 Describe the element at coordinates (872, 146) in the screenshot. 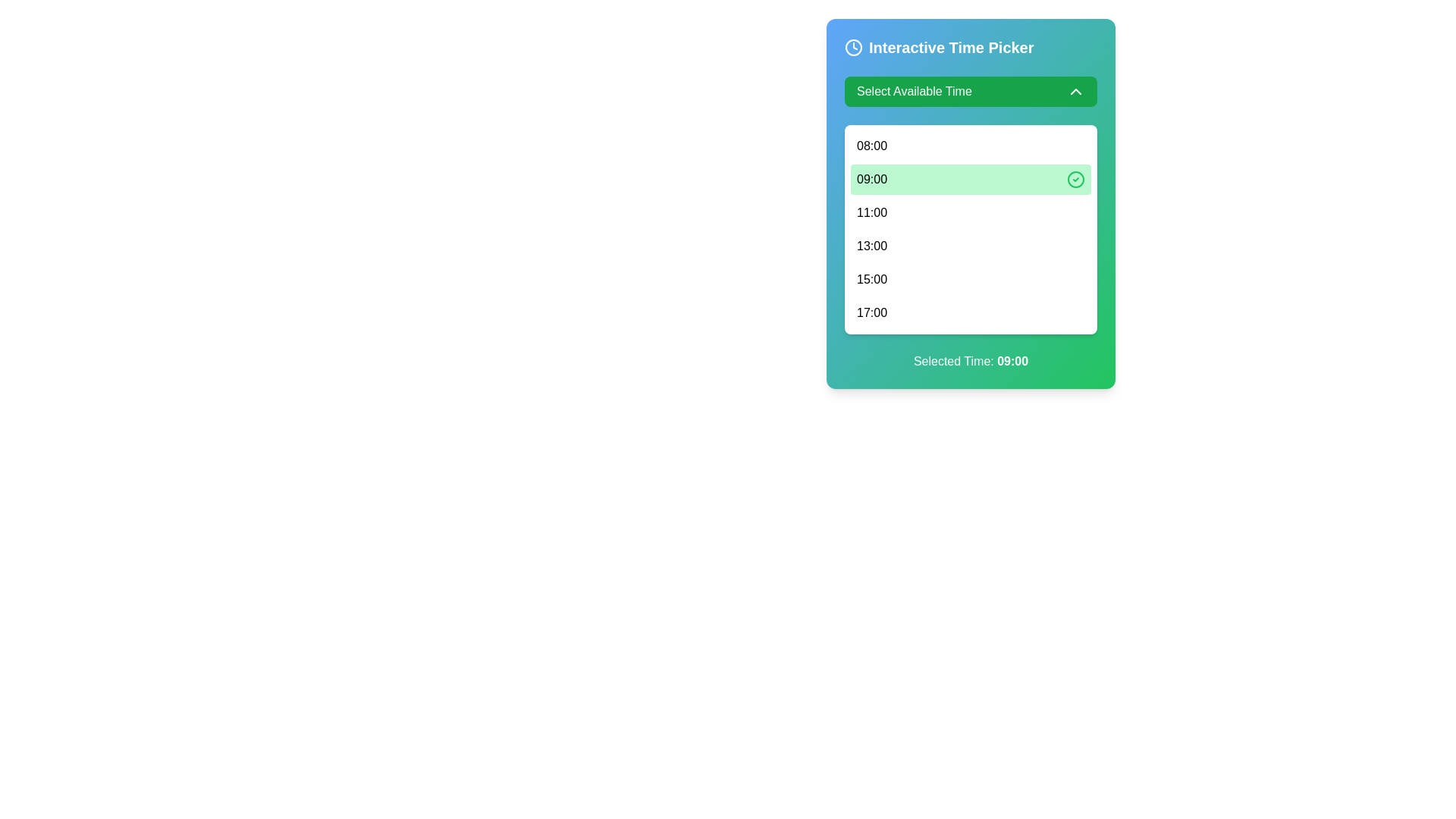

I see `the topmost time option in the time picker dropdown` at that location.